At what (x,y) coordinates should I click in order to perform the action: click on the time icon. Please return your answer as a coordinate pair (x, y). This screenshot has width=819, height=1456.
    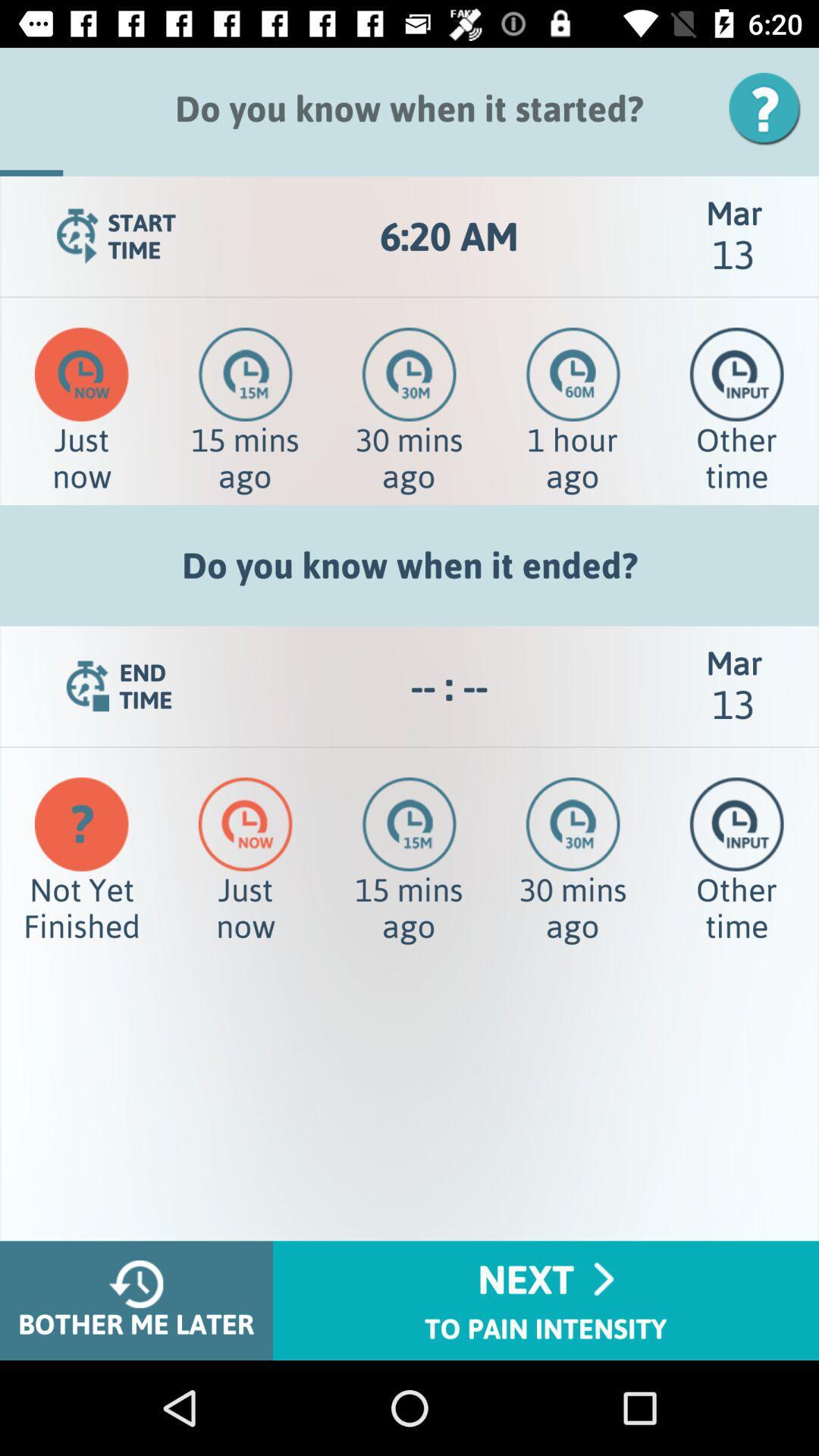
    Looking at the image, I should click on (409, 824).